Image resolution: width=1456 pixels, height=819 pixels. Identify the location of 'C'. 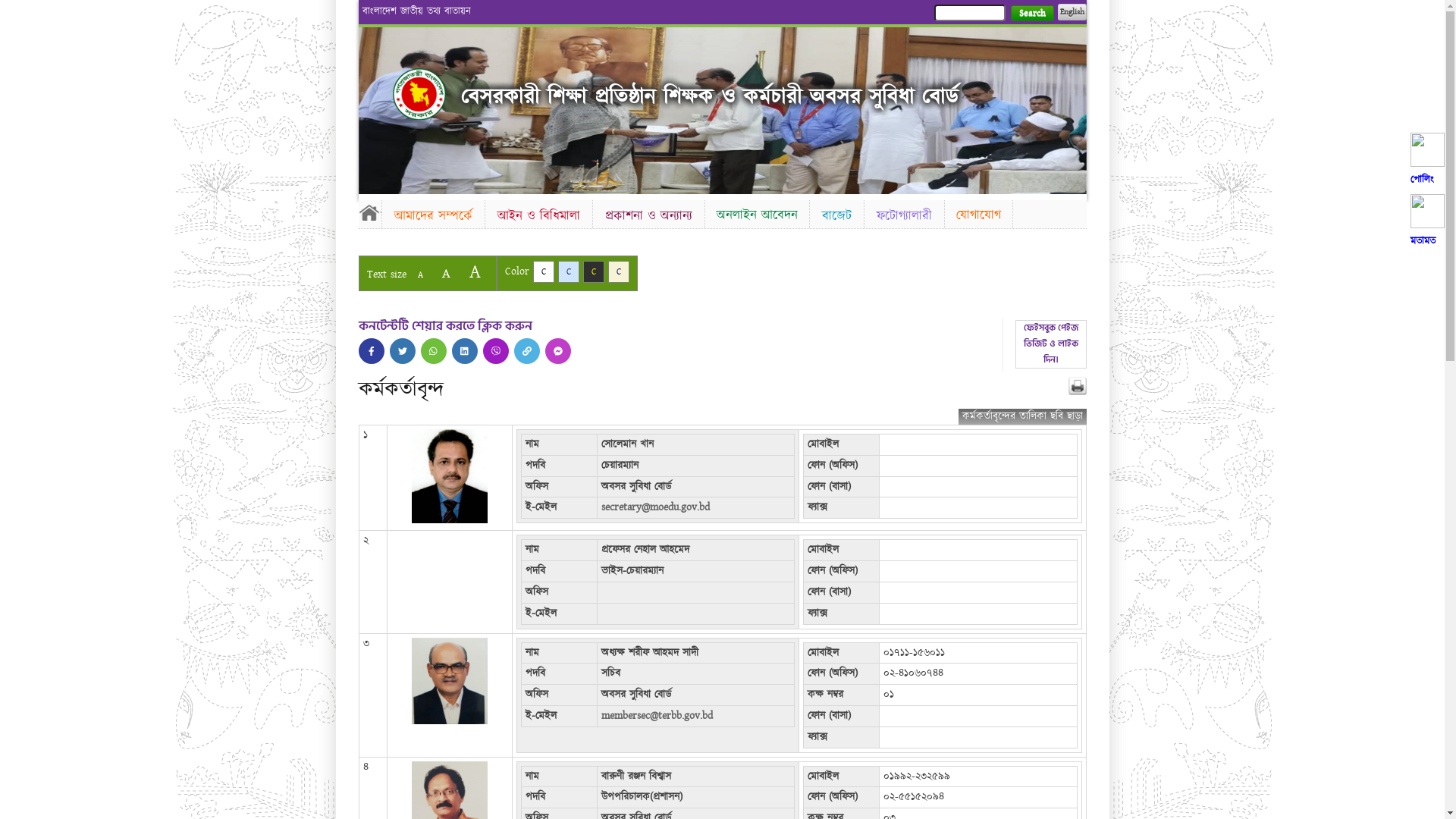
(532, 271).